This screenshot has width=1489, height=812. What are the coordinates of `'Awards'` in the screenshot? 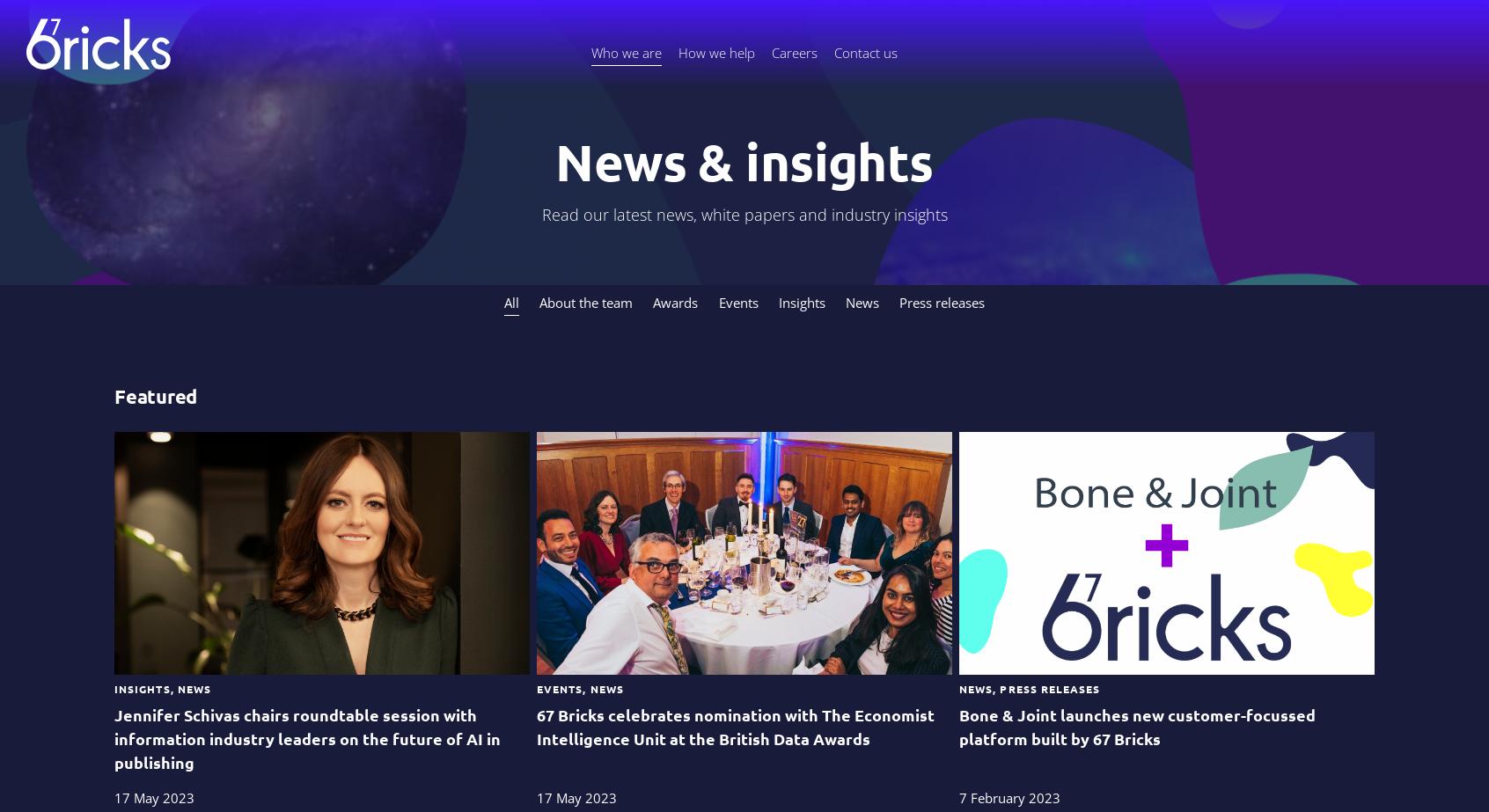 It's located at (674, 303).